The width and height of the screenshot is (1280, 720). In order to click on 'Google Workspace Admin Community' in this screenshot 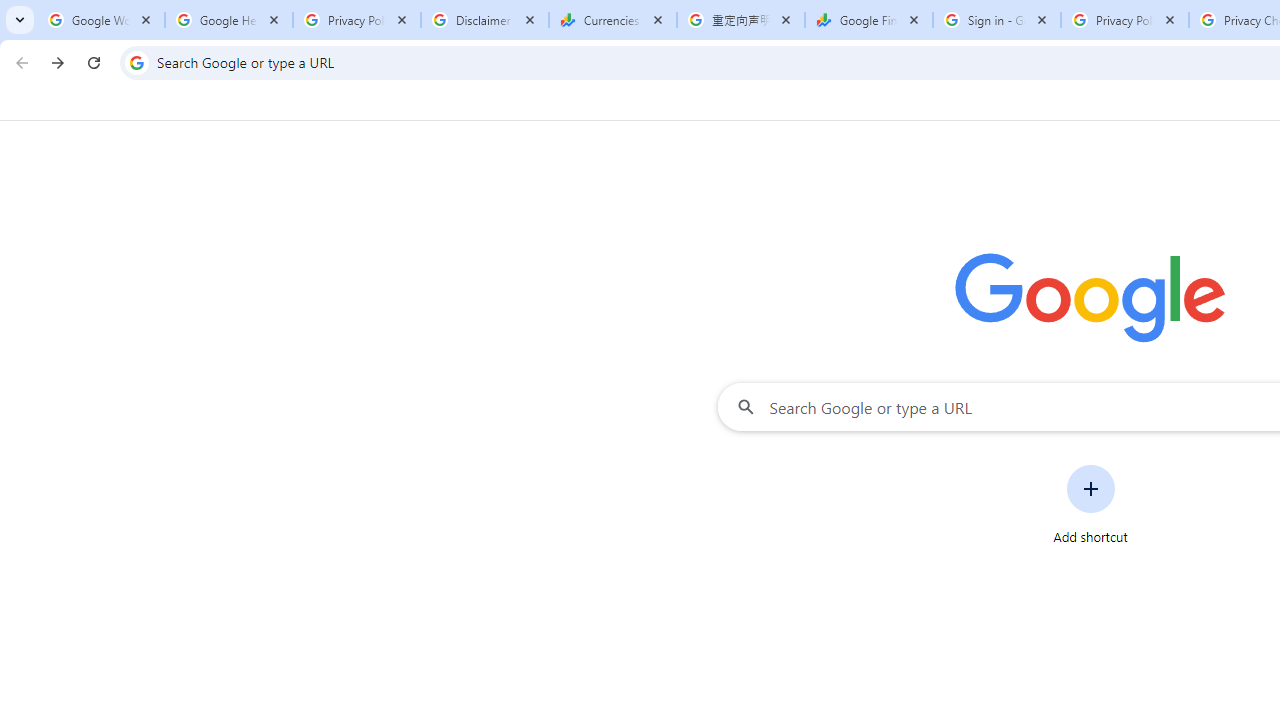, I will do `click(100, 20)`.